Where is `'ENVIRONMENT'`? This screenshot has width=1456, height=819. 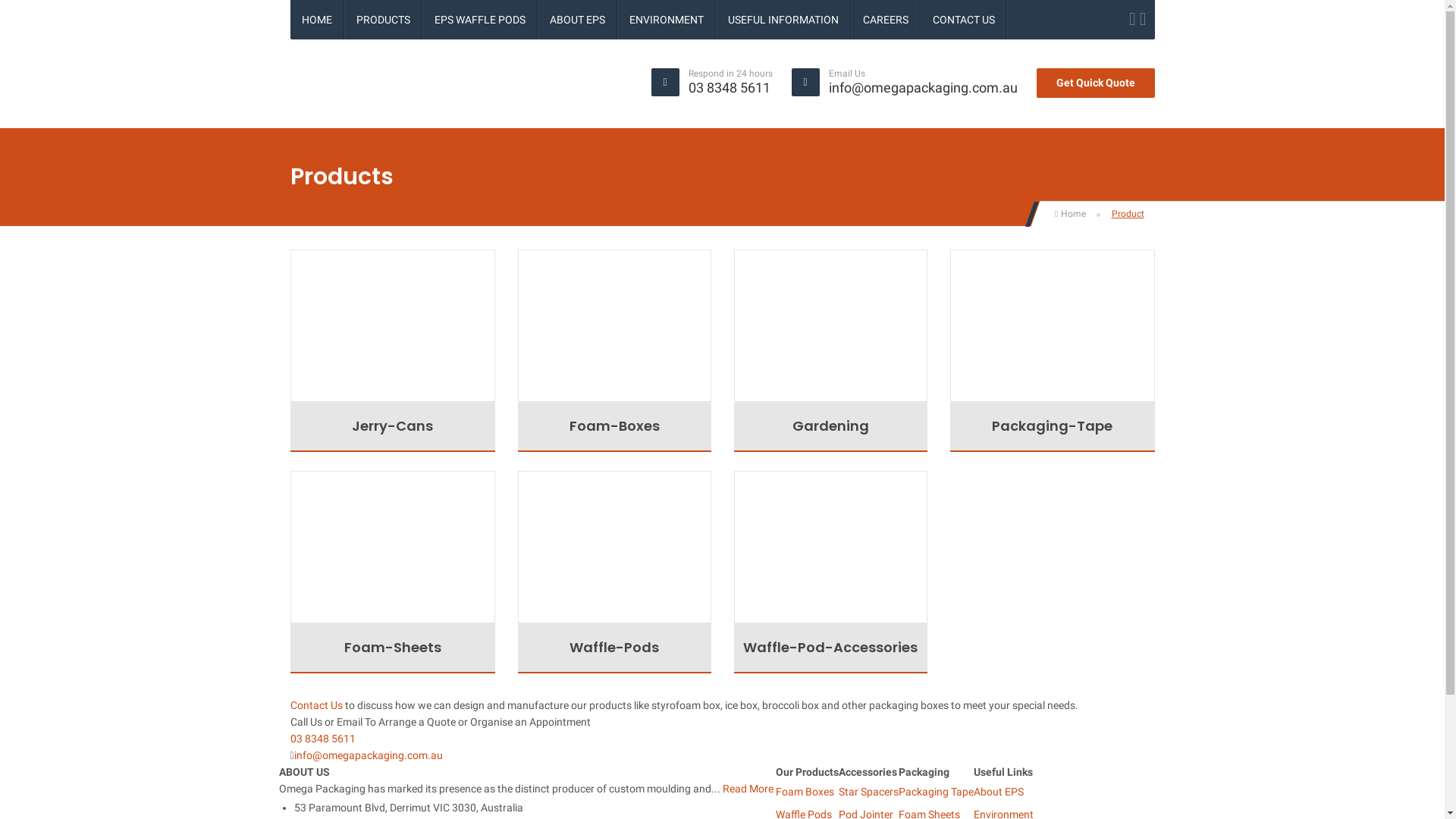
'ENVIRONMENT' is located at coordinates (666, 20).